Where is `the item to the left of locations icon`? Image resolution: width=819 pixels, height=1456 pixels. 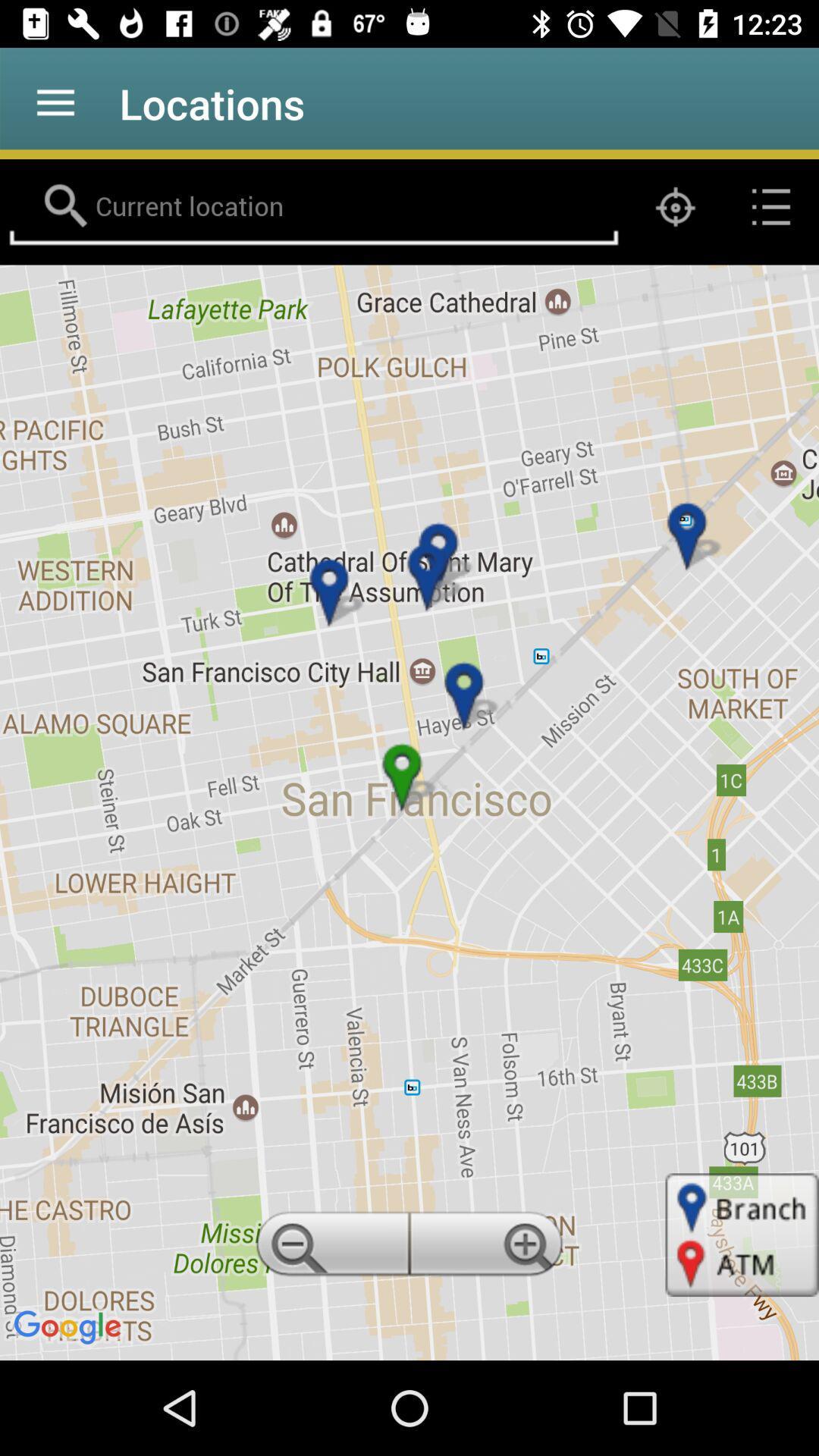 the item to the left of locations icon is located at coordinates (55, 102).